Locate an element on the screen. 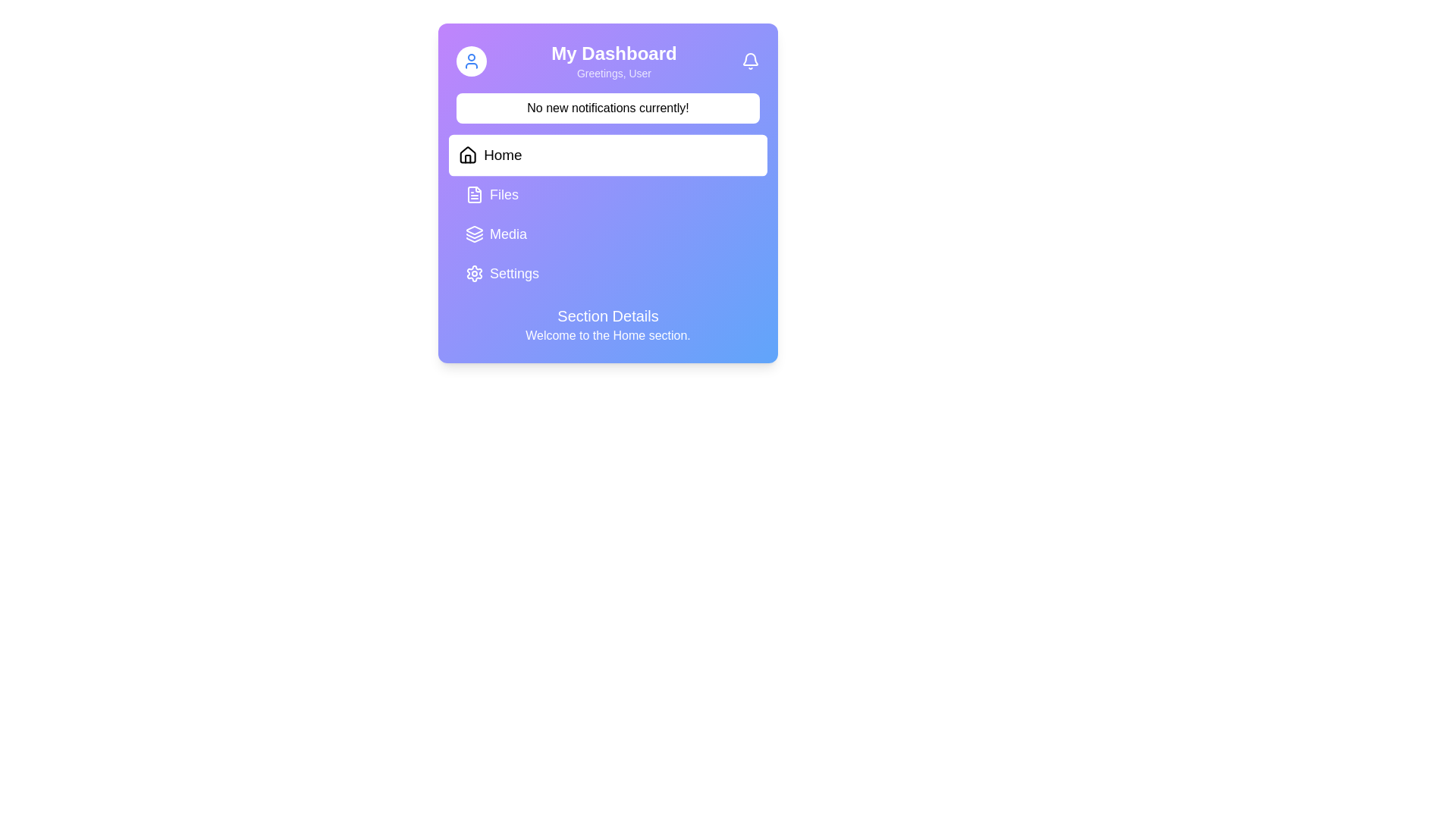  the 'Home' text label component which is a clickable navigation item displayed in bold font next to a house icon is located at coordinates (503, 155).